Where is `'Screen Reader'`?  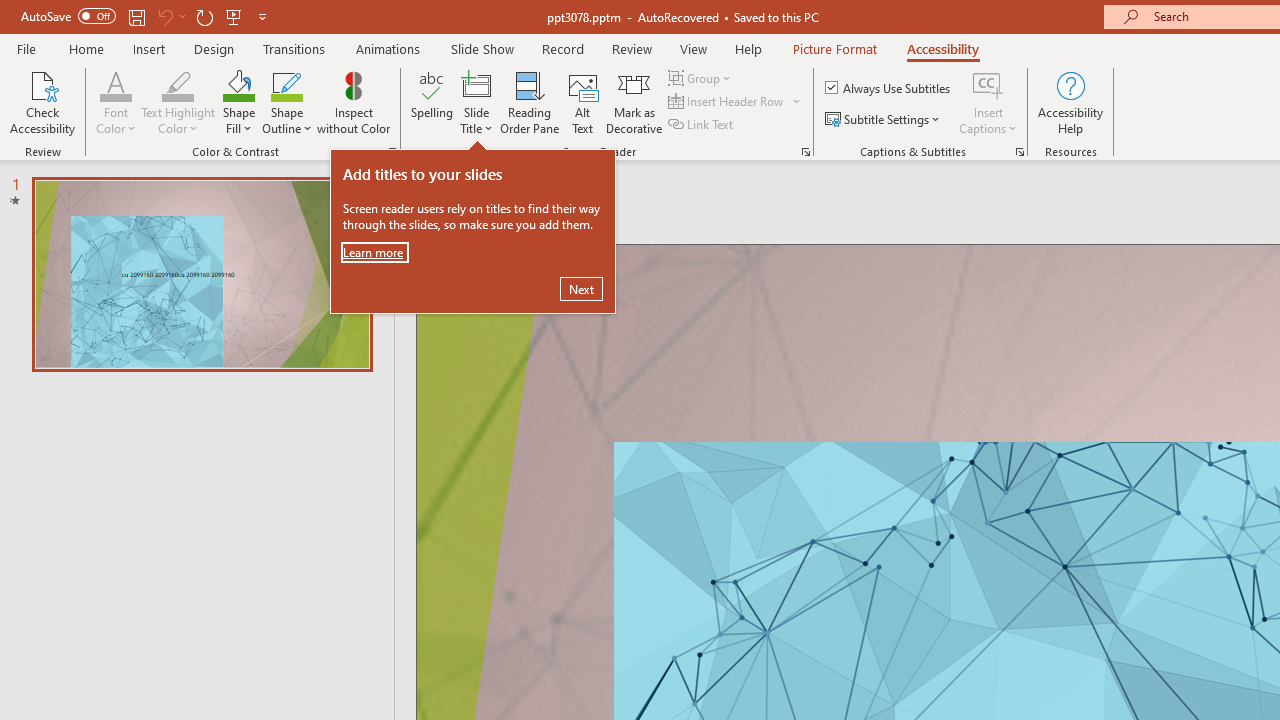 'Screen Reader' is located at coordinates (805, 150).